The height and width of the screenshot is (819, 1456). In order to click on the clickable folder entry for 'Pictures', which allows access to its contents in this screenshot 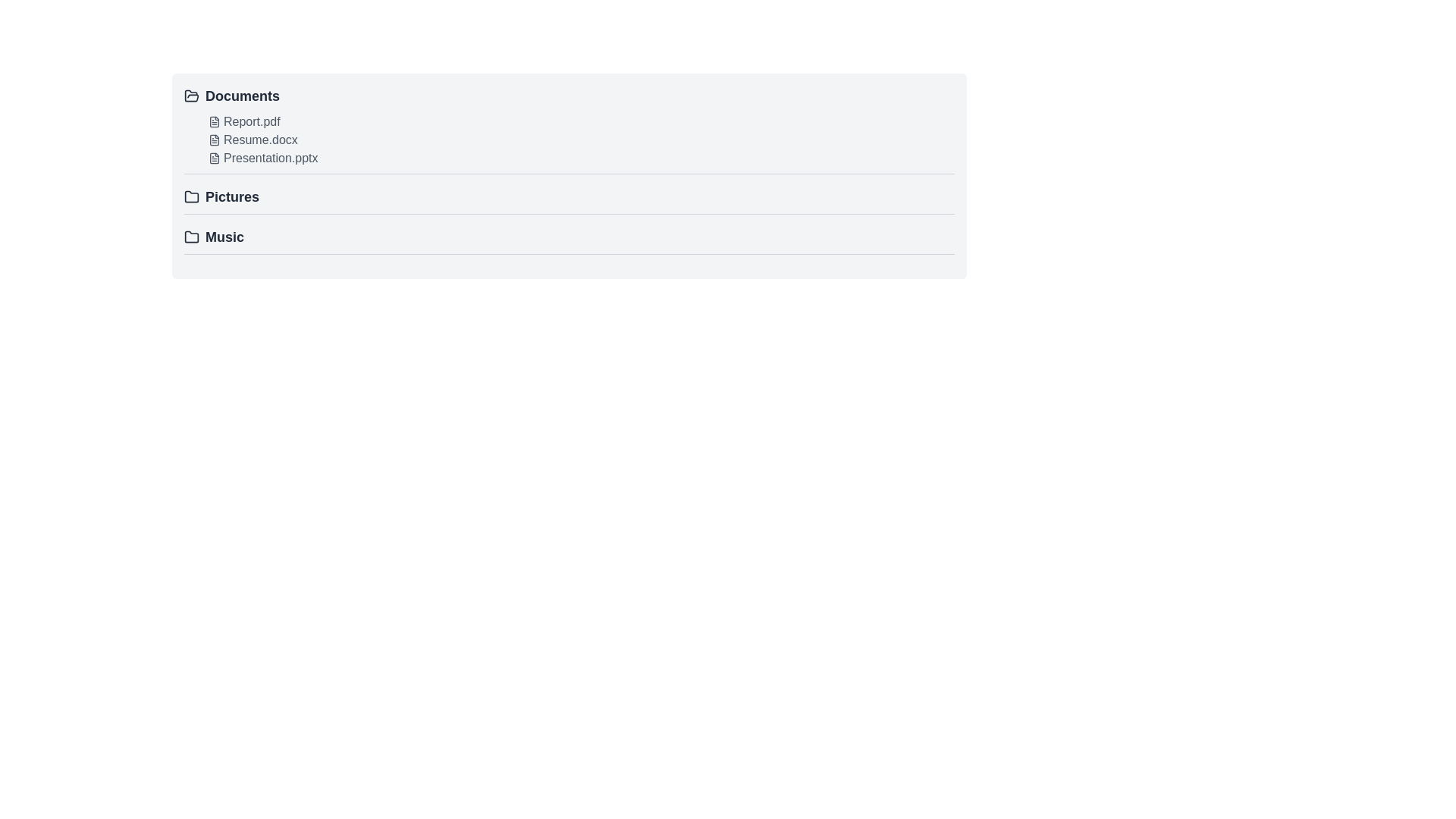, I will do `click(221, 196)`.